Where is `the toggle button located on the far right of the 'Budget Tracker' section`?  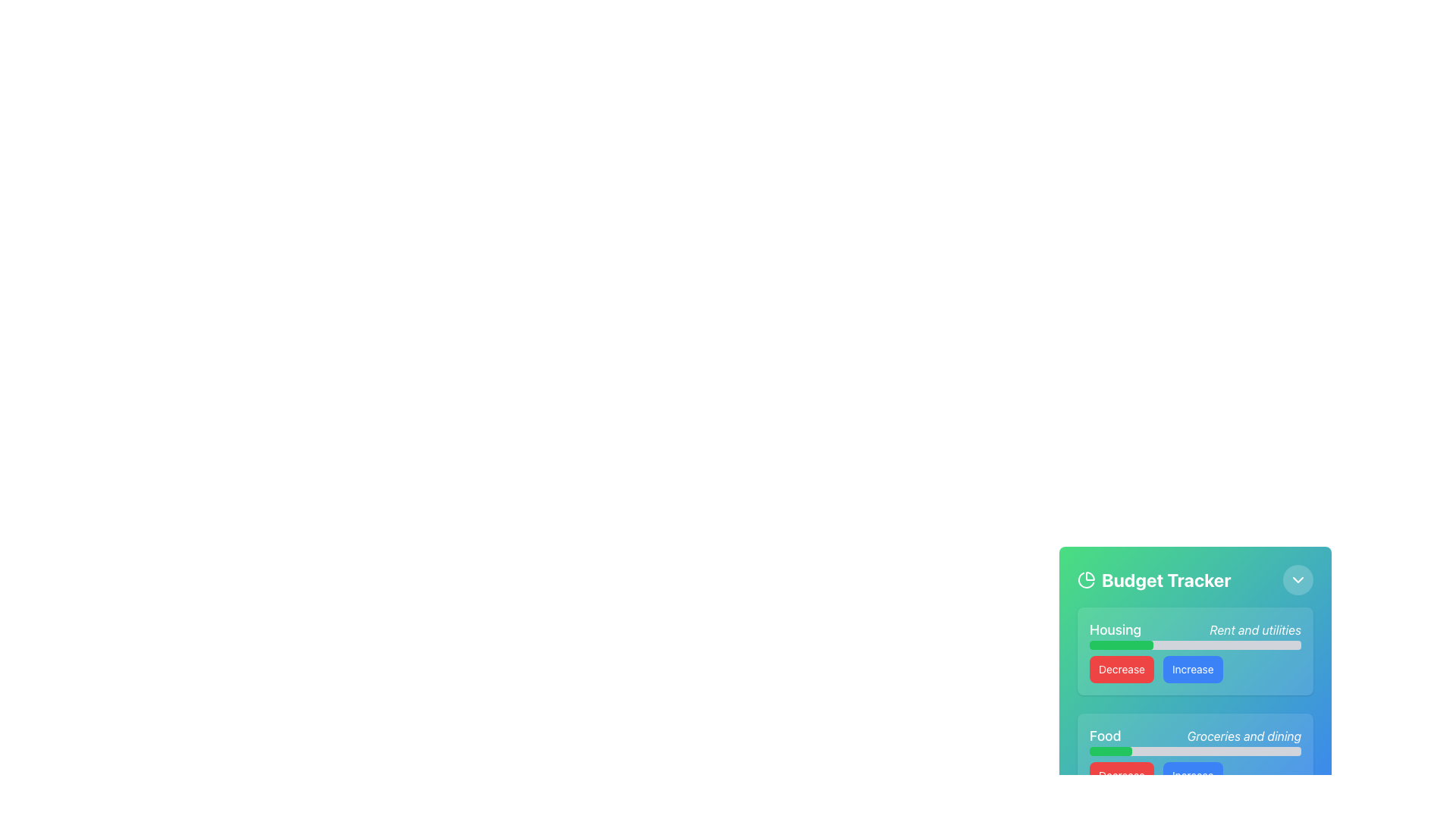 the toggle button located on the far right of the 'Budget Tracker' section is located at coordinates (1298, 579).